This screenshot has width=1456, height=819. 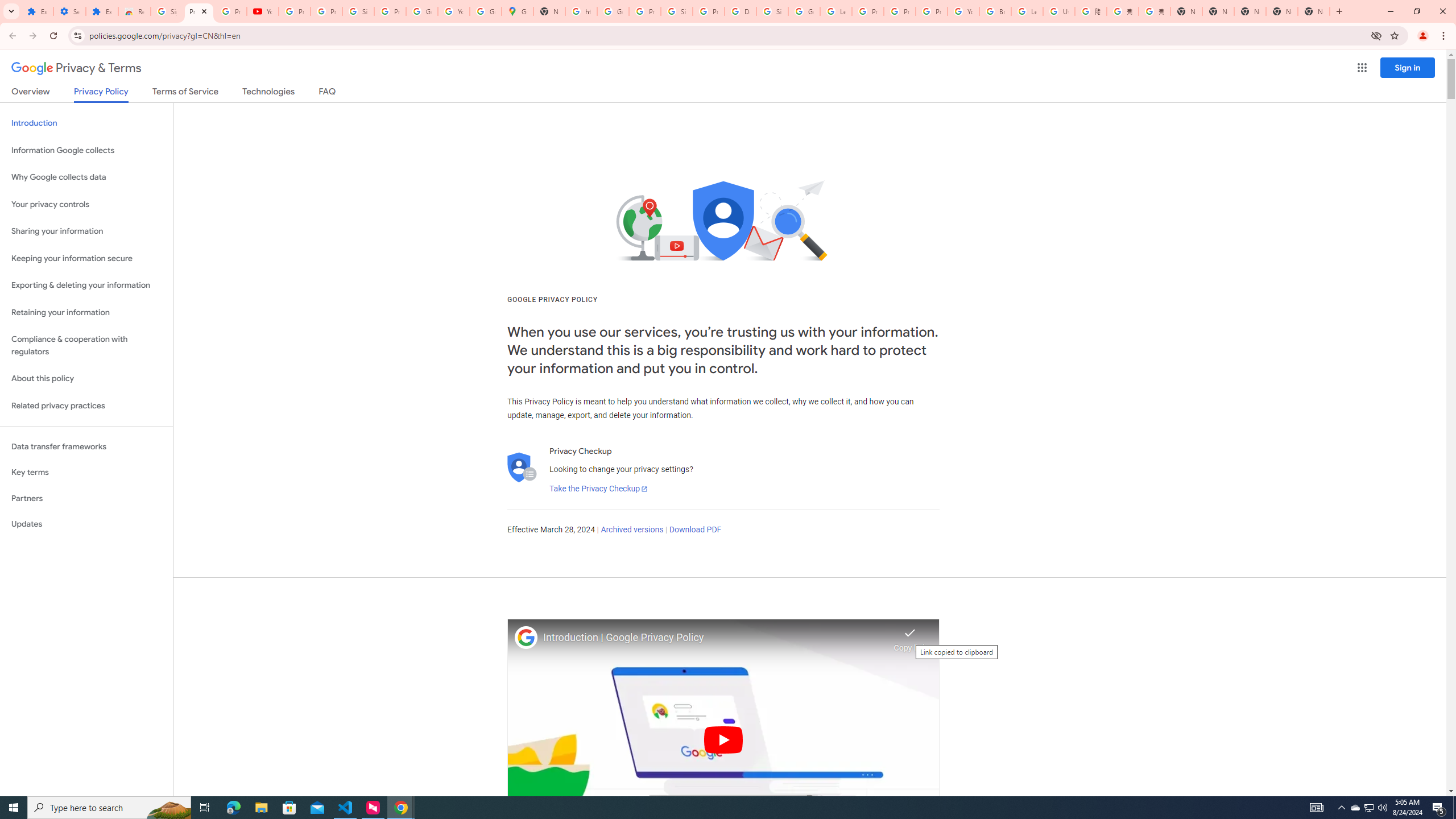 What do you see at coordinates (723, 739) in the screenshot?
I see `'Play'` at bounding box center [723, 739].